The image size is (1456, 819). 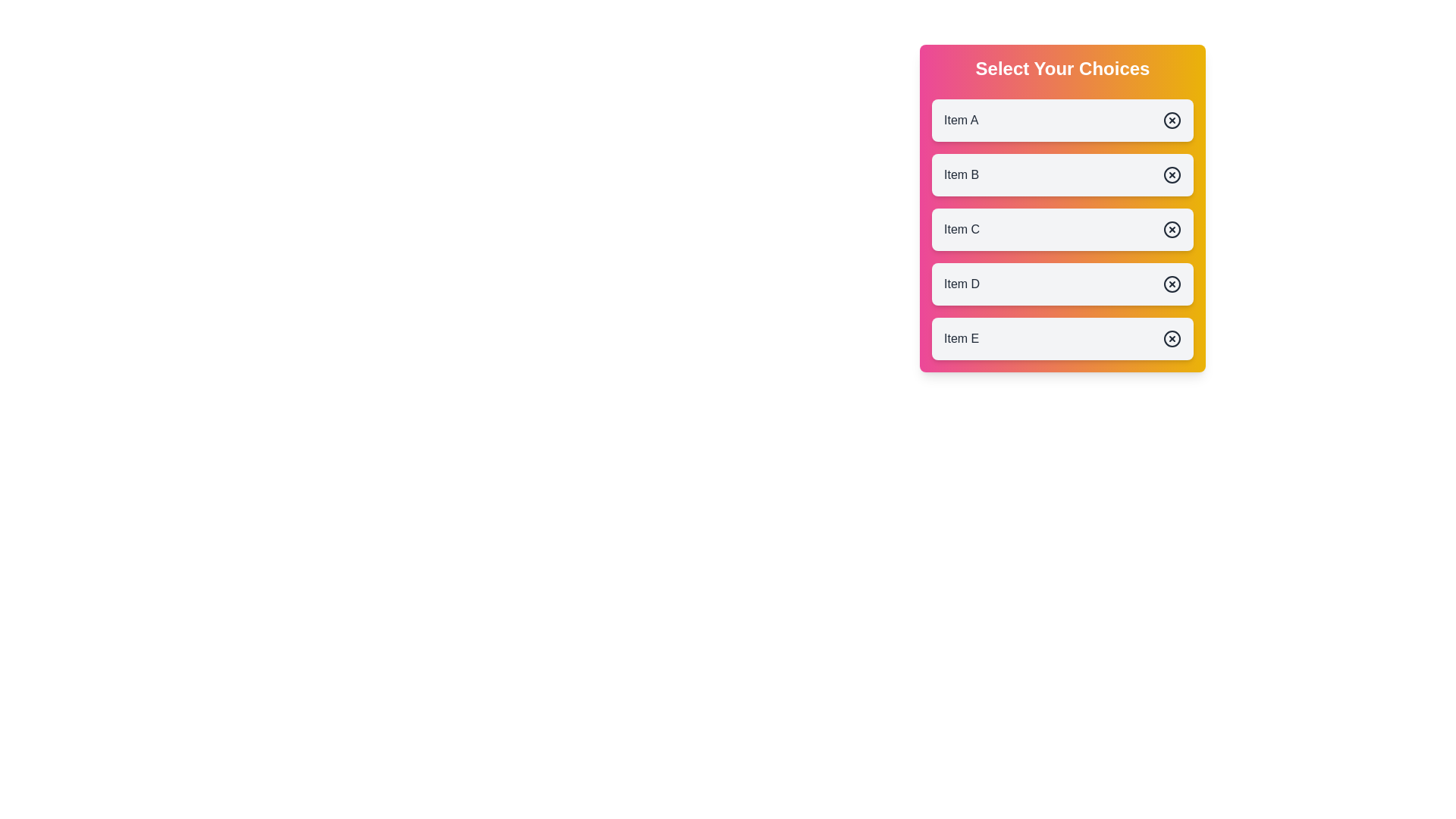 I want to click on the button labeled Item E to observe the animation, so click(x=1062, y=338).